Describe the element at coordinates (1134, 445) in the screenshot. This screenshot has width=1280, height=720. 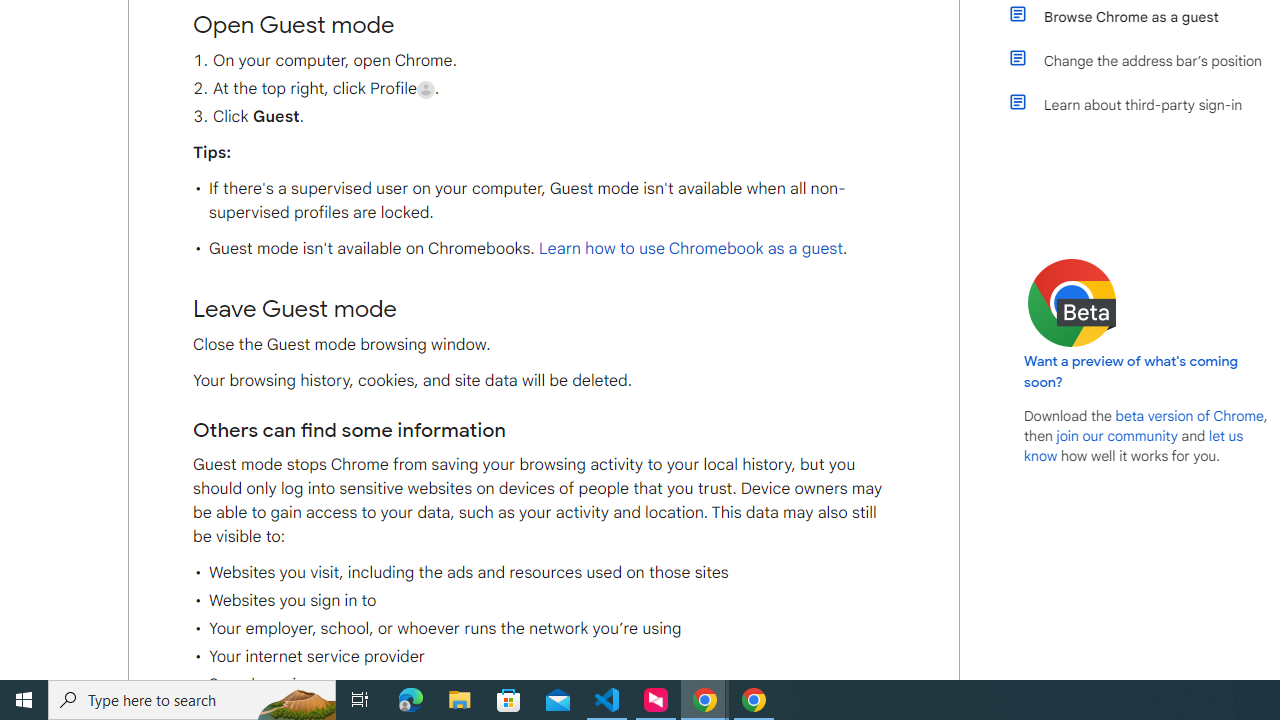
I see `'let us know'` at that location.